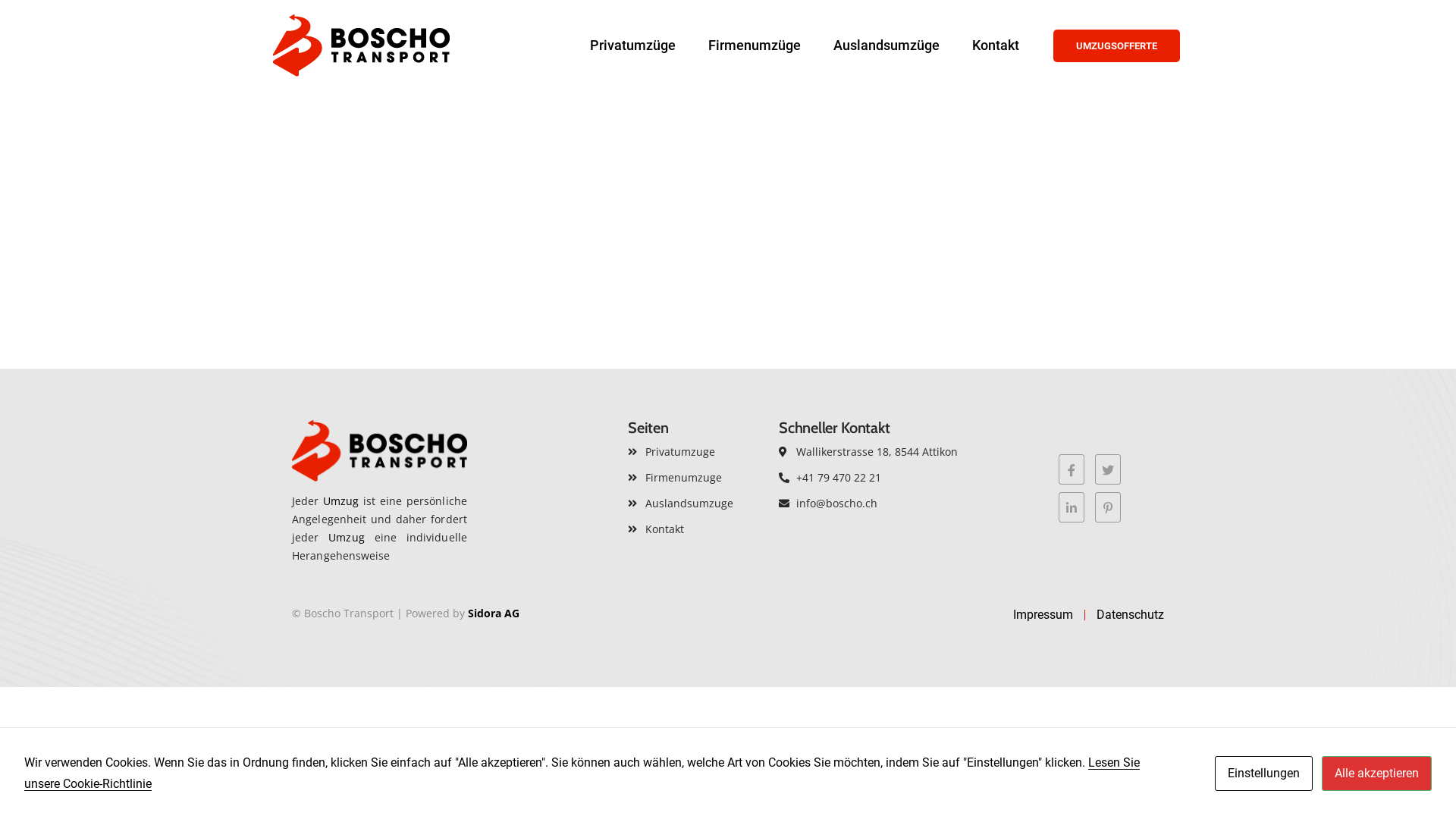 Image resolution: width=1456 pixels, height=819 pixels. What do you see at coordinates (345, 536) in the screenshot?
I see `'Umzug'` at bounding box center [345, 536].